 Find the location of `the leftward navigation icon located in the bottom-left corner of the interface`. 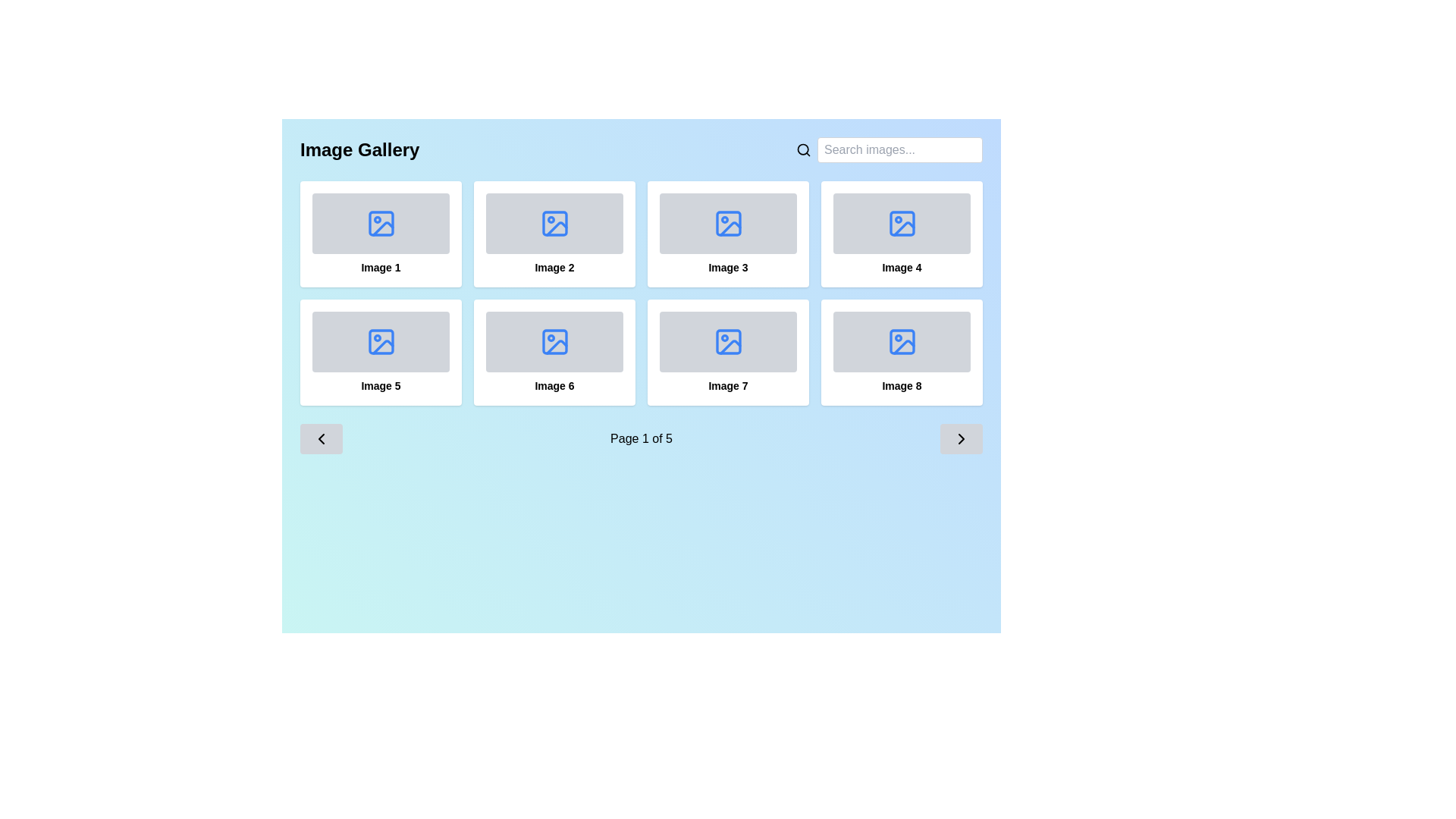

the leftward navigation icon located in the bottom-left corner of the interface is located at coordinates (320, 438).